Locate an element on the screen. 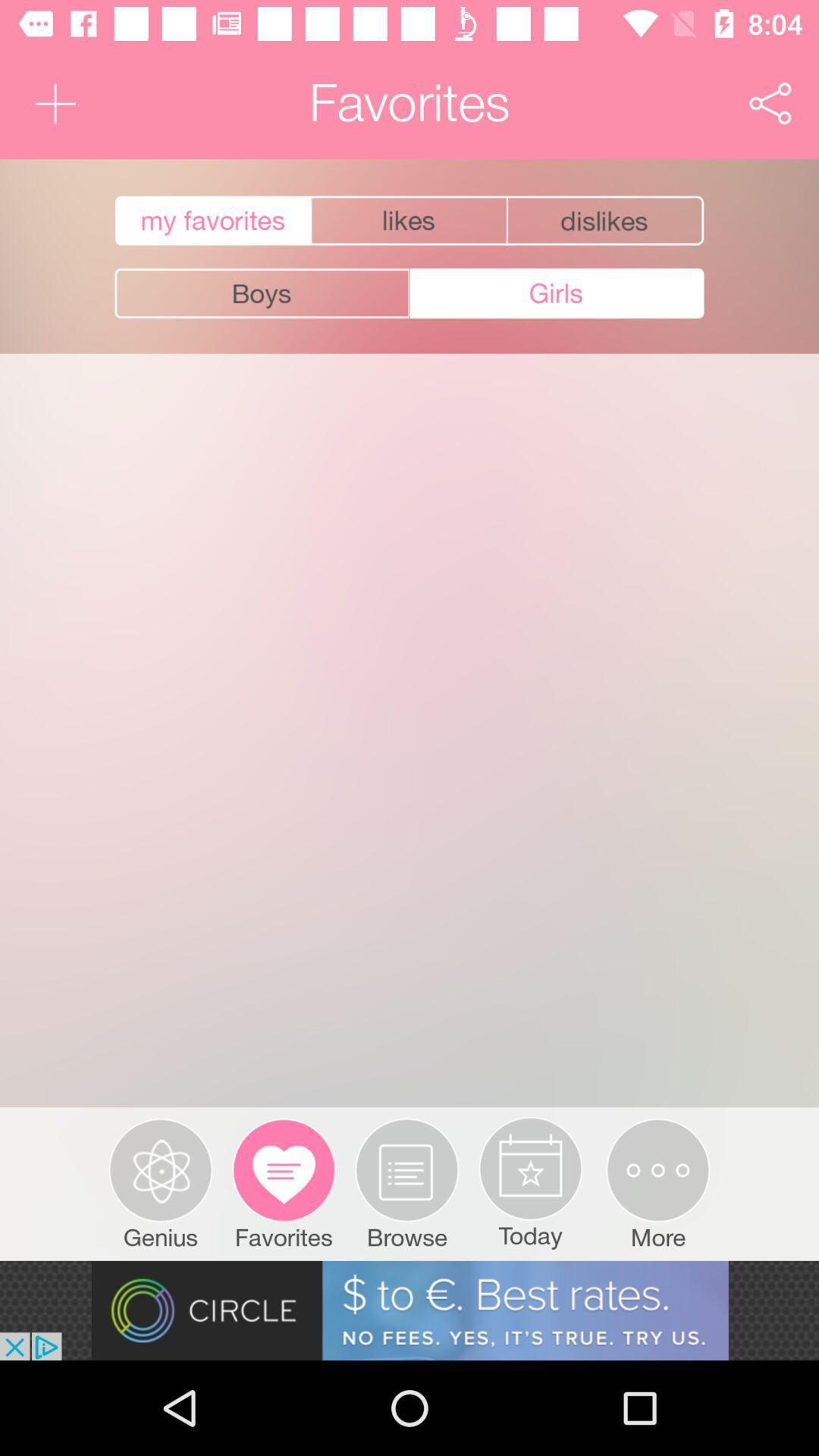  open dislikes is located at coordinates (606, 220).